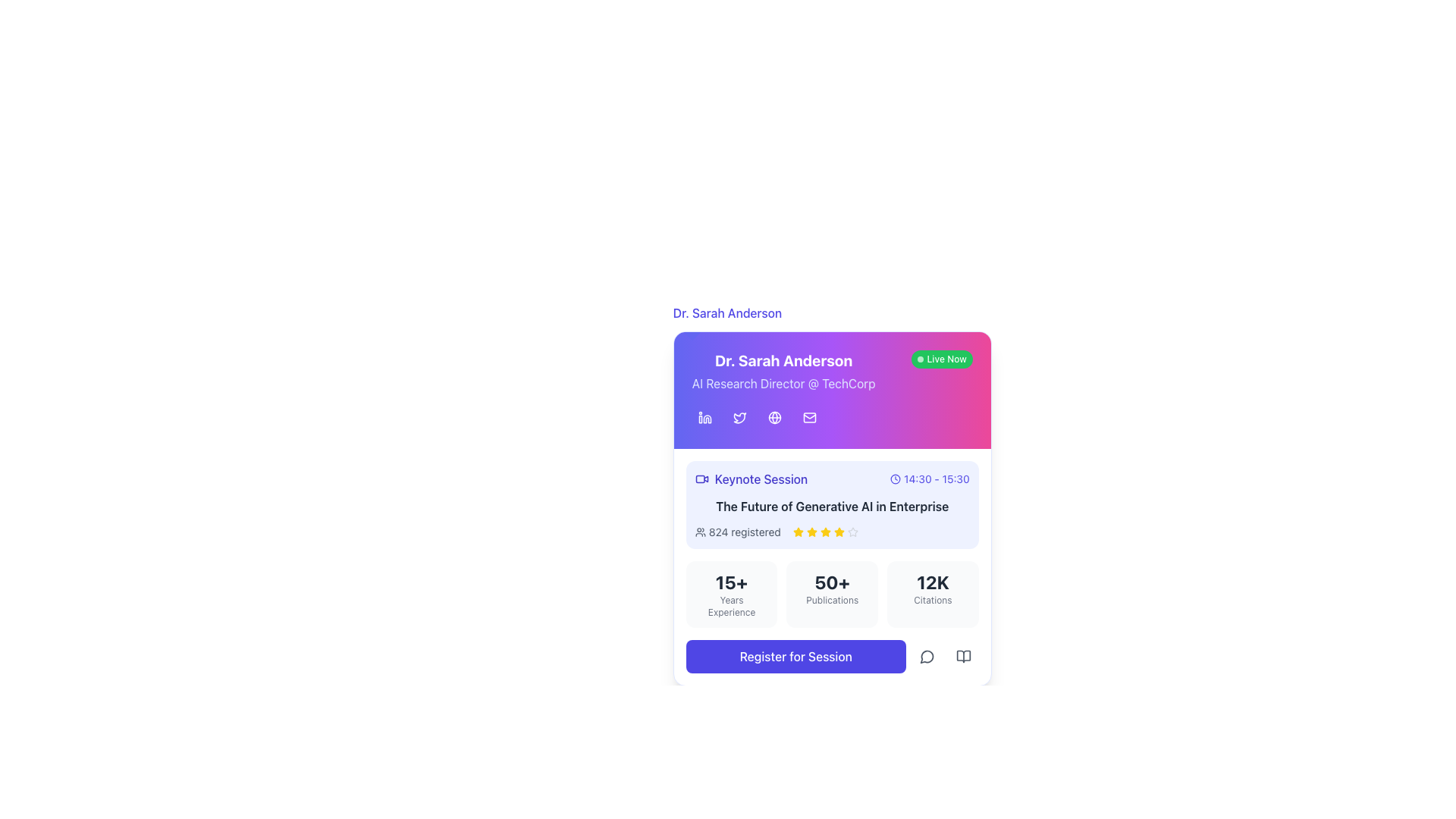 The height and width of the screenshot is (819, 1456). Describe the element at coordinates (929, 479) in the screenshot. I see `the Icon with the clock icon and the text '14:30 - 15:30', which is located to the right of the 'Keynote Session' title text block` at that location.